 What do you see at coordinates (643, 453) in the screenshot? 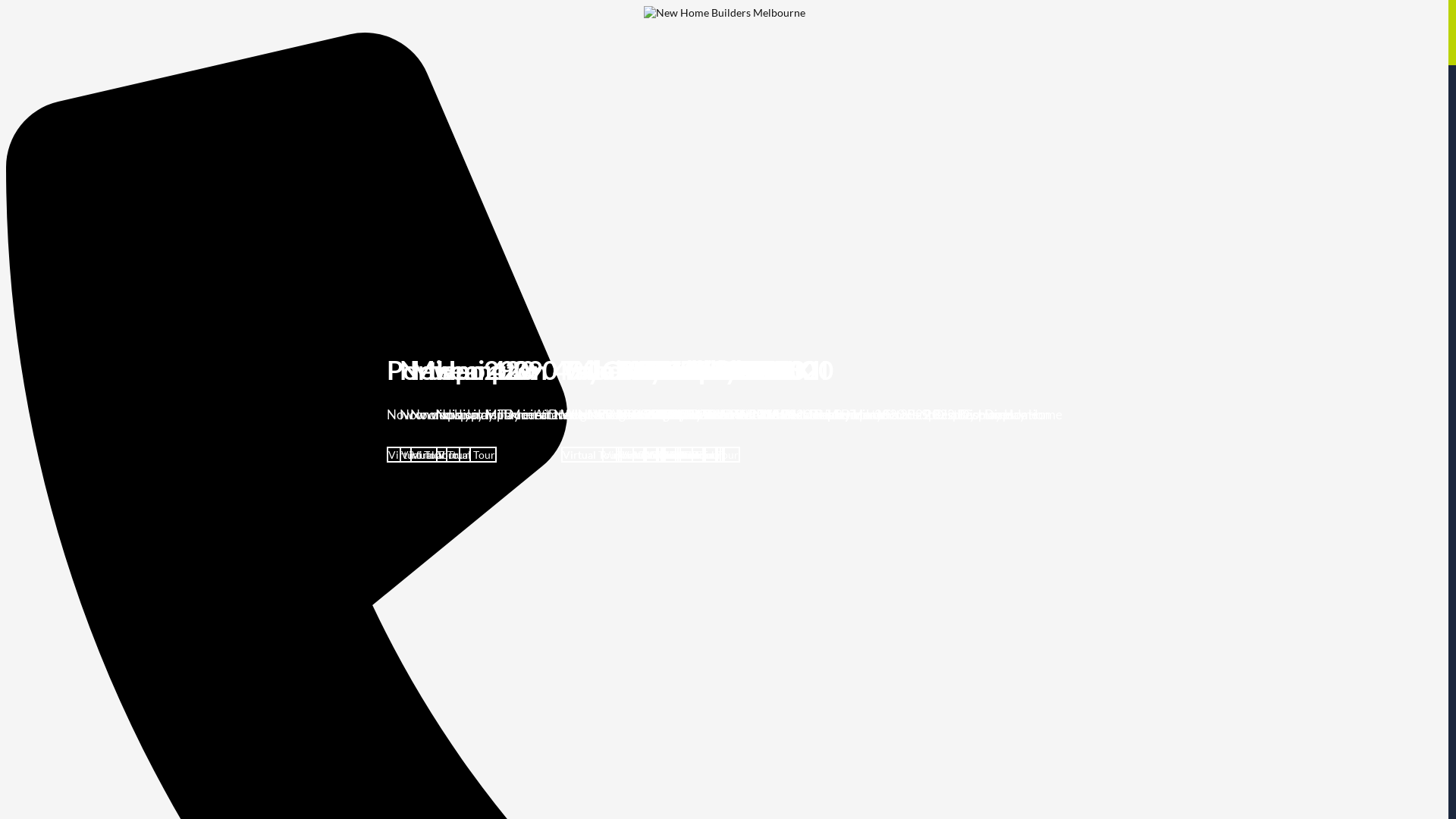
I see `'Virtual Tour'` at bounding box center [643, 453].